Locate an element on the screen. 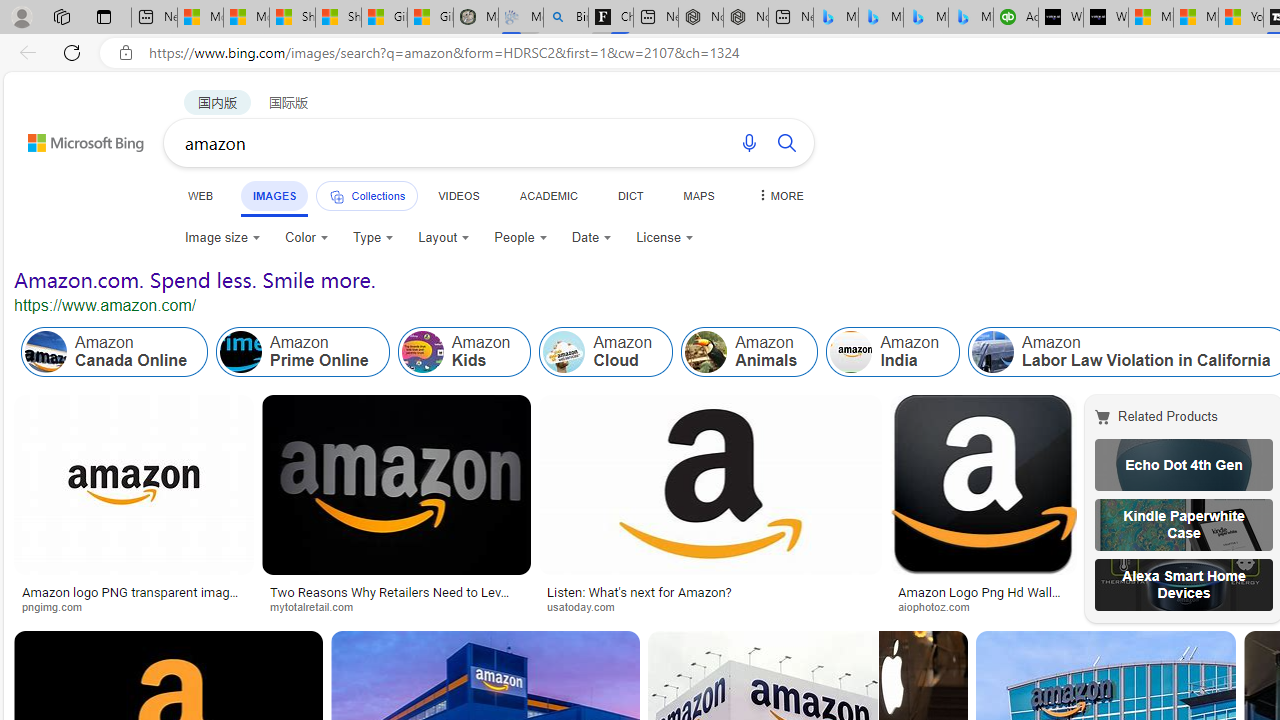  'Microsoft Bing Travel - Shangri-La Hotel Bangkok' is located at coordinates (970, 17).